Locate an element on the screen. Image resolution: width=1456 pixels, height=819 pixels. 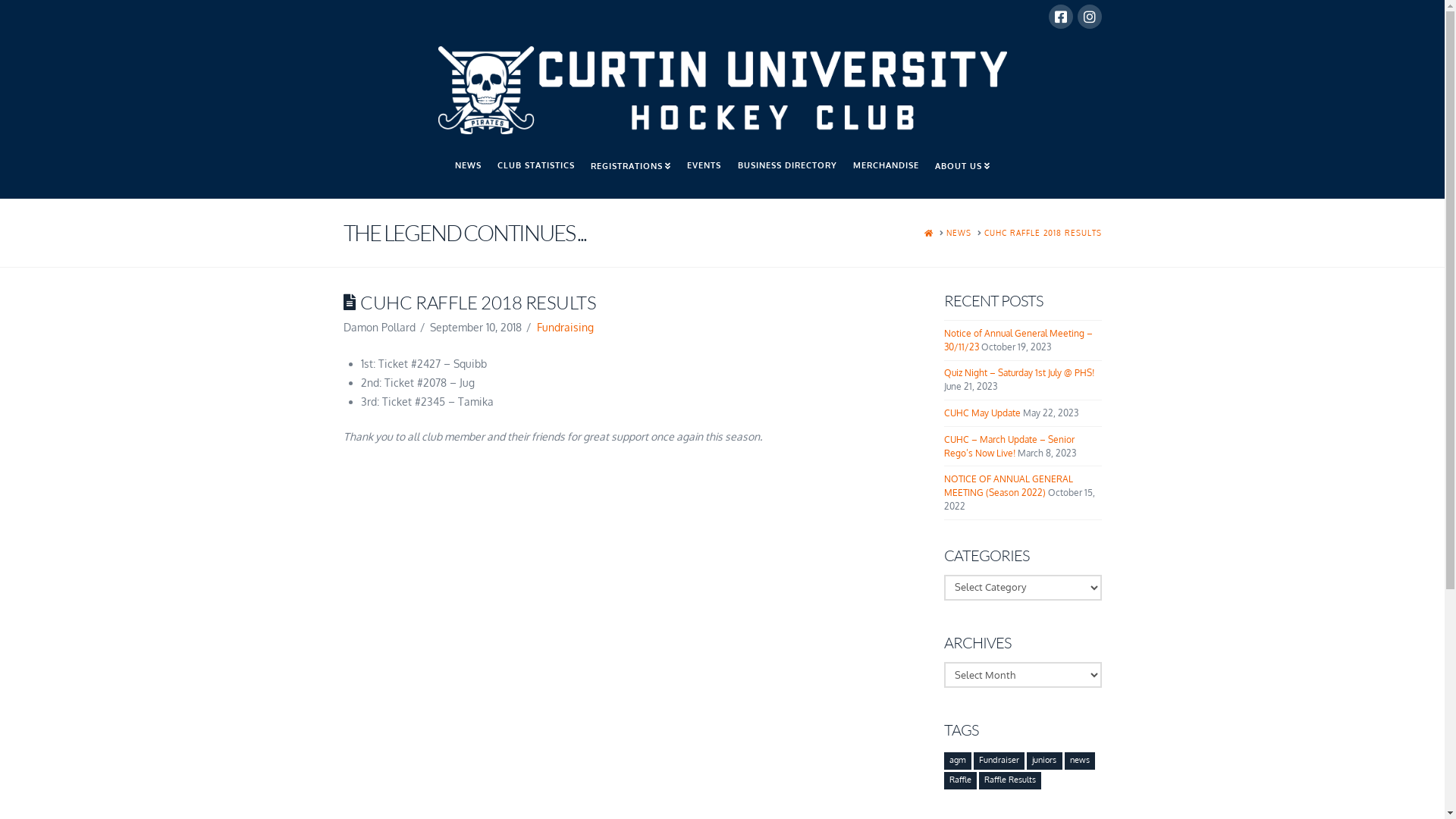
'NOTICE OF ANNUAL GENERAL MEETING (Season 2022)' is located at coordinates (943, 485).